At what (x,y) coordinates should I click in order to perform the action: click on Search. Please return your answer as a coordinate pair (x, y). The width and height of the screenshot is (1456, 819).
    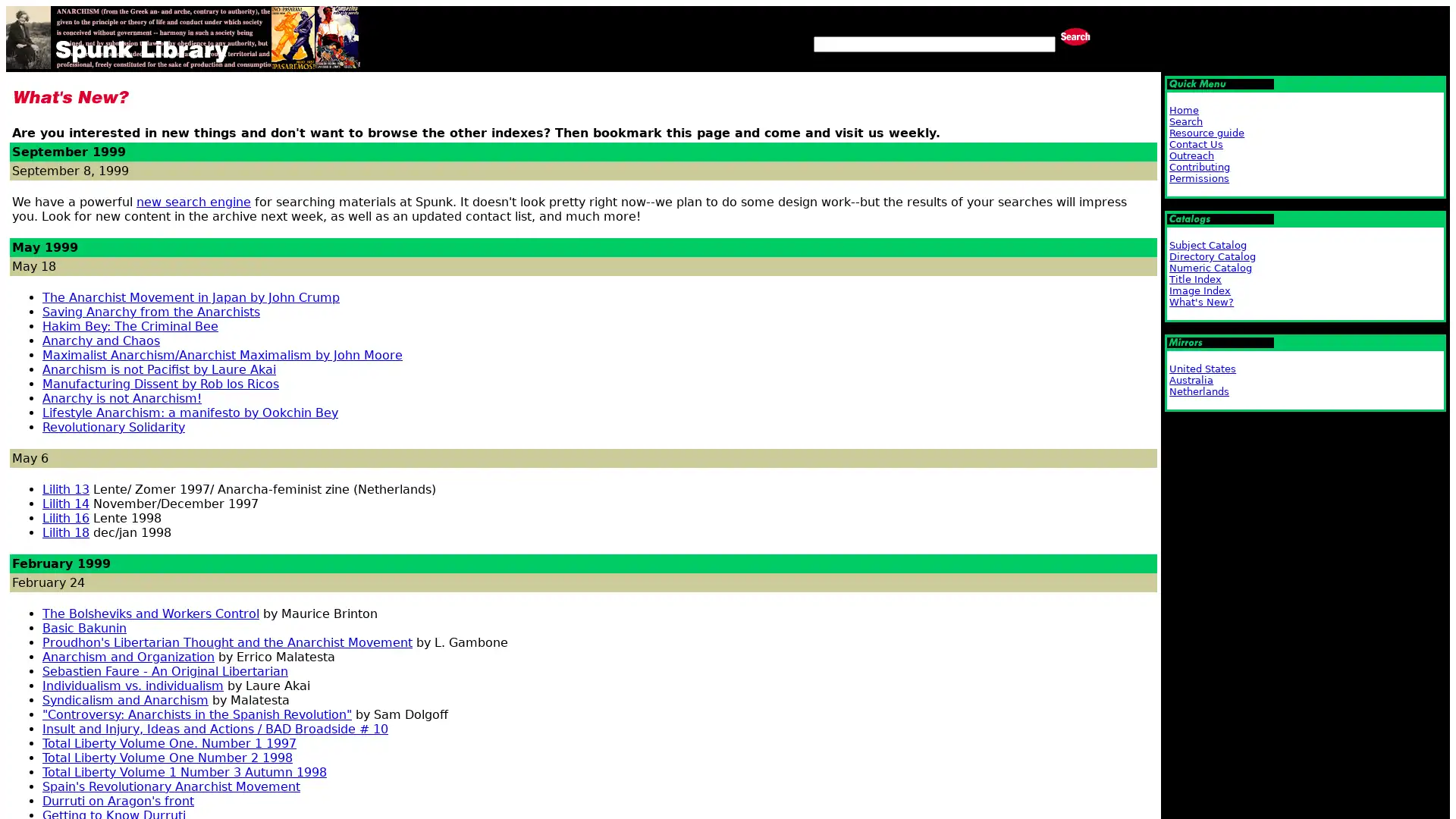
    Looking at the image, I should click on (1074, 36).